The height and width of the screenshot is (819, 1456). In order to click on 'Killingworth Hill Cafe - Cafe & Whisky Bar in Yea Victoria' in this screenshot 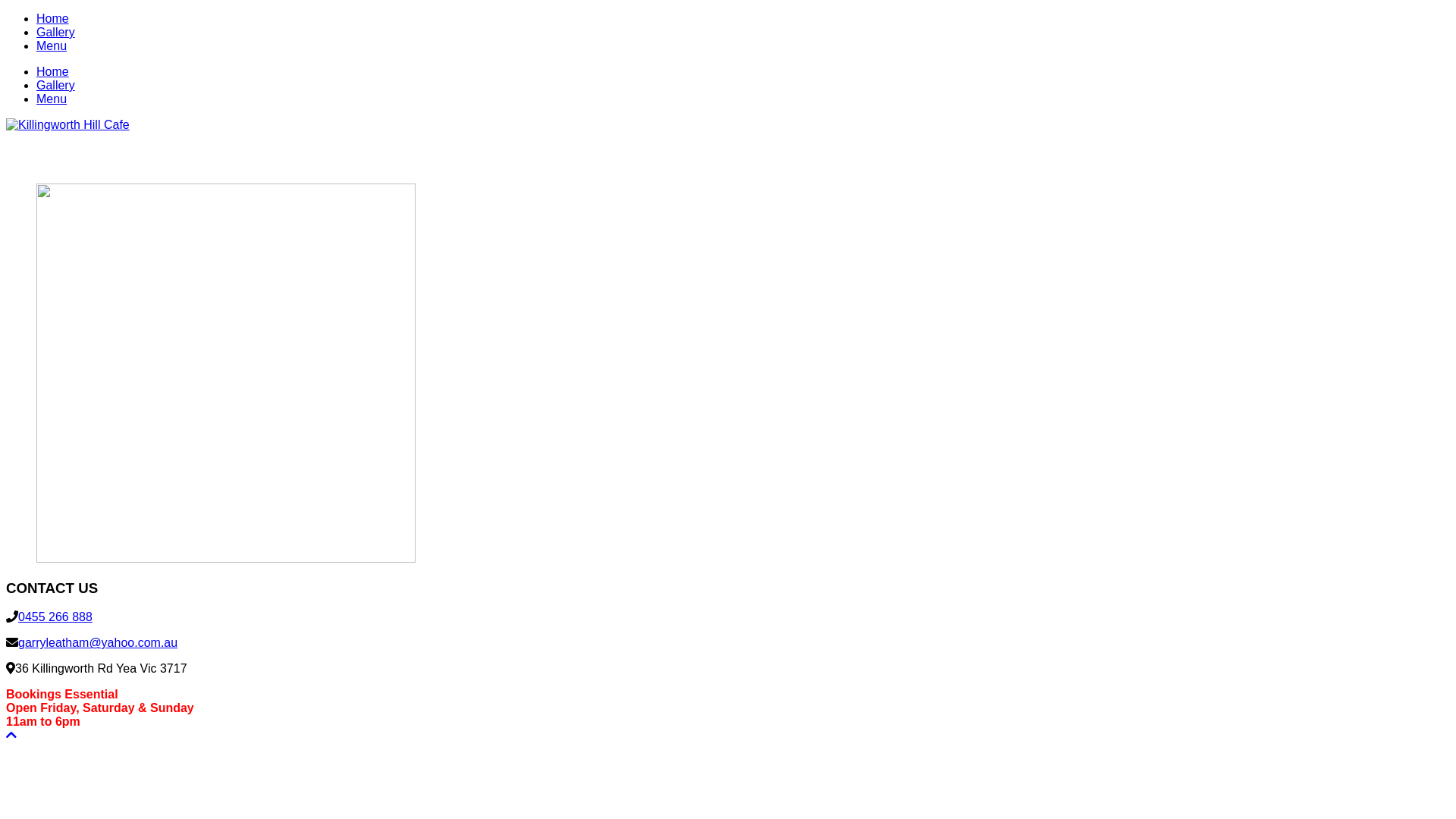, I will do `click(67, 124)`.